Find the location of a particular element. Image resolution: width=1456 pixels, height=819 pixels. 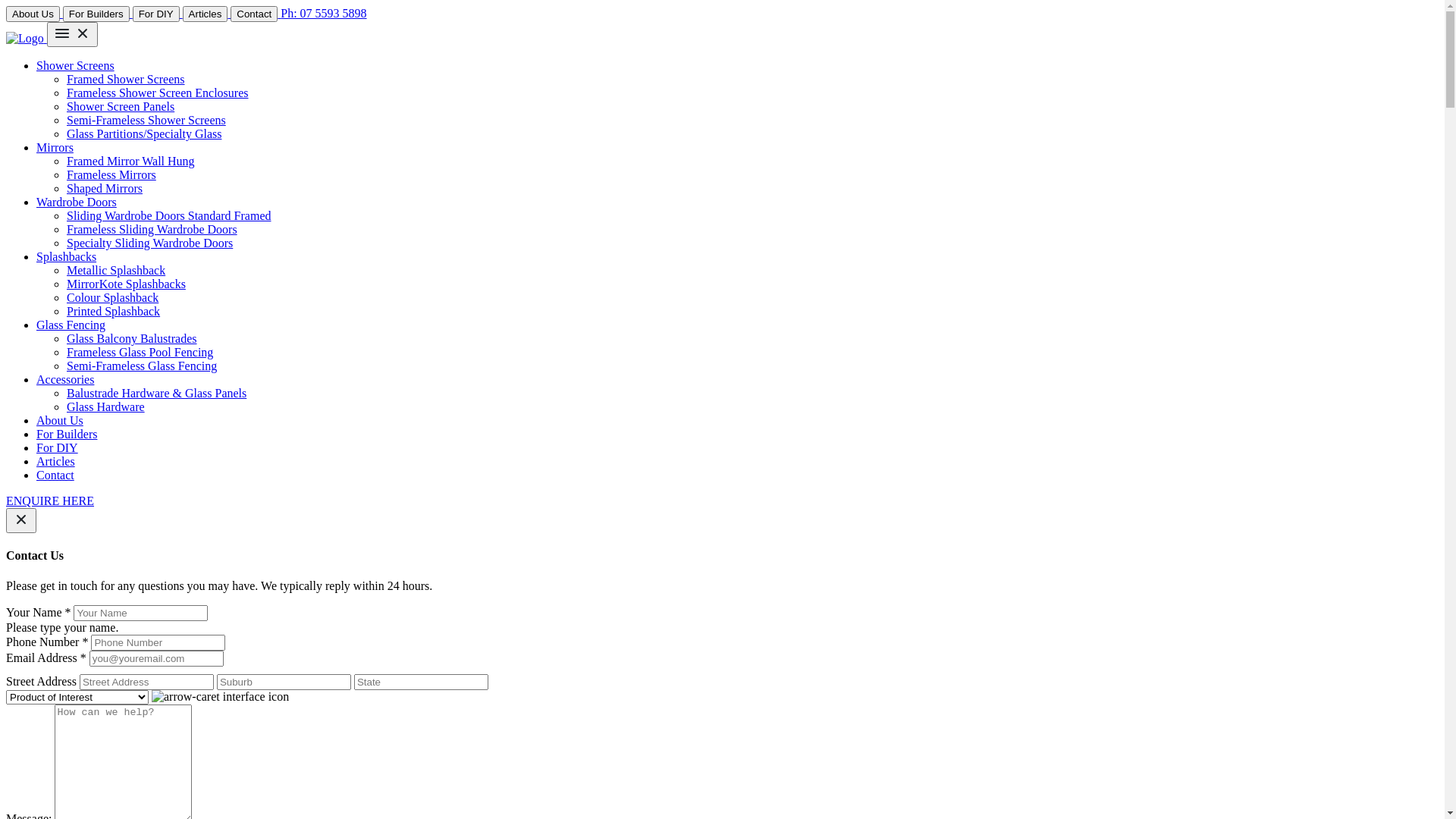

'Balustrade Hardware & Glass Panels' is located at coordinates (156, 392).